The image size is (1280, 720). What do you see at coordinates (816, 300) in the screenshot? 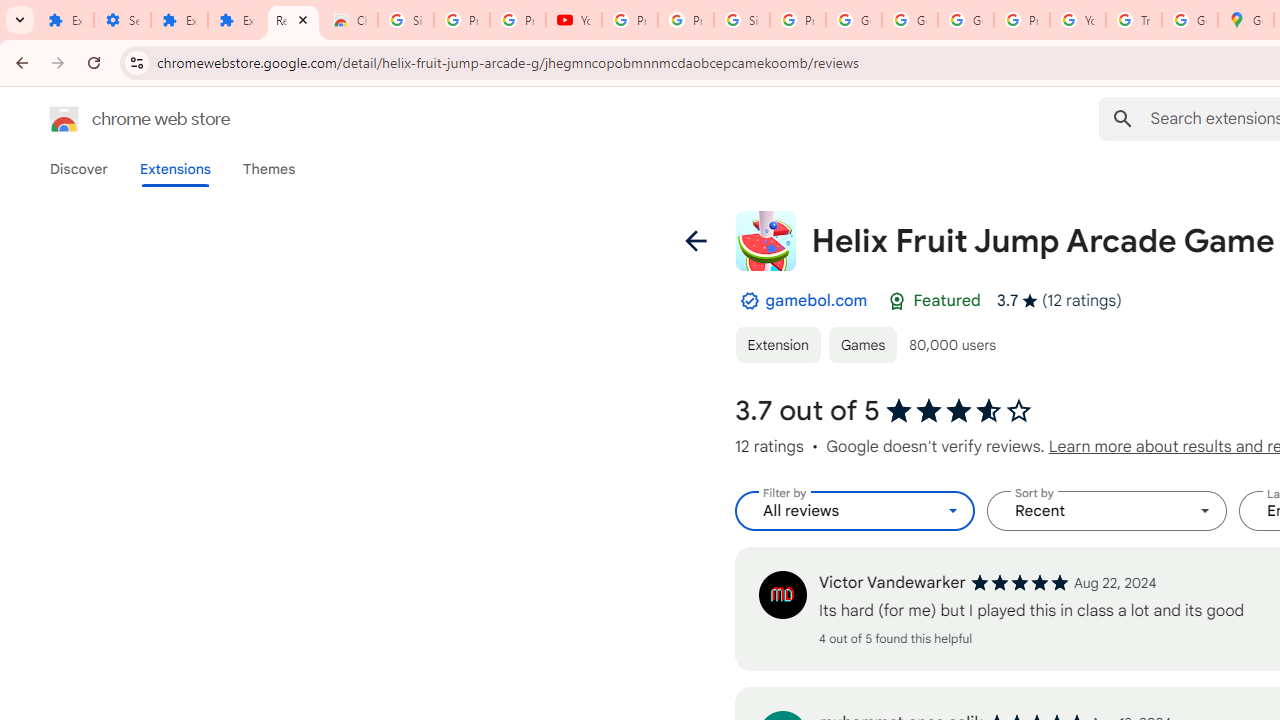
I see `'gamebol.com'` at bounding box center [816, 300].